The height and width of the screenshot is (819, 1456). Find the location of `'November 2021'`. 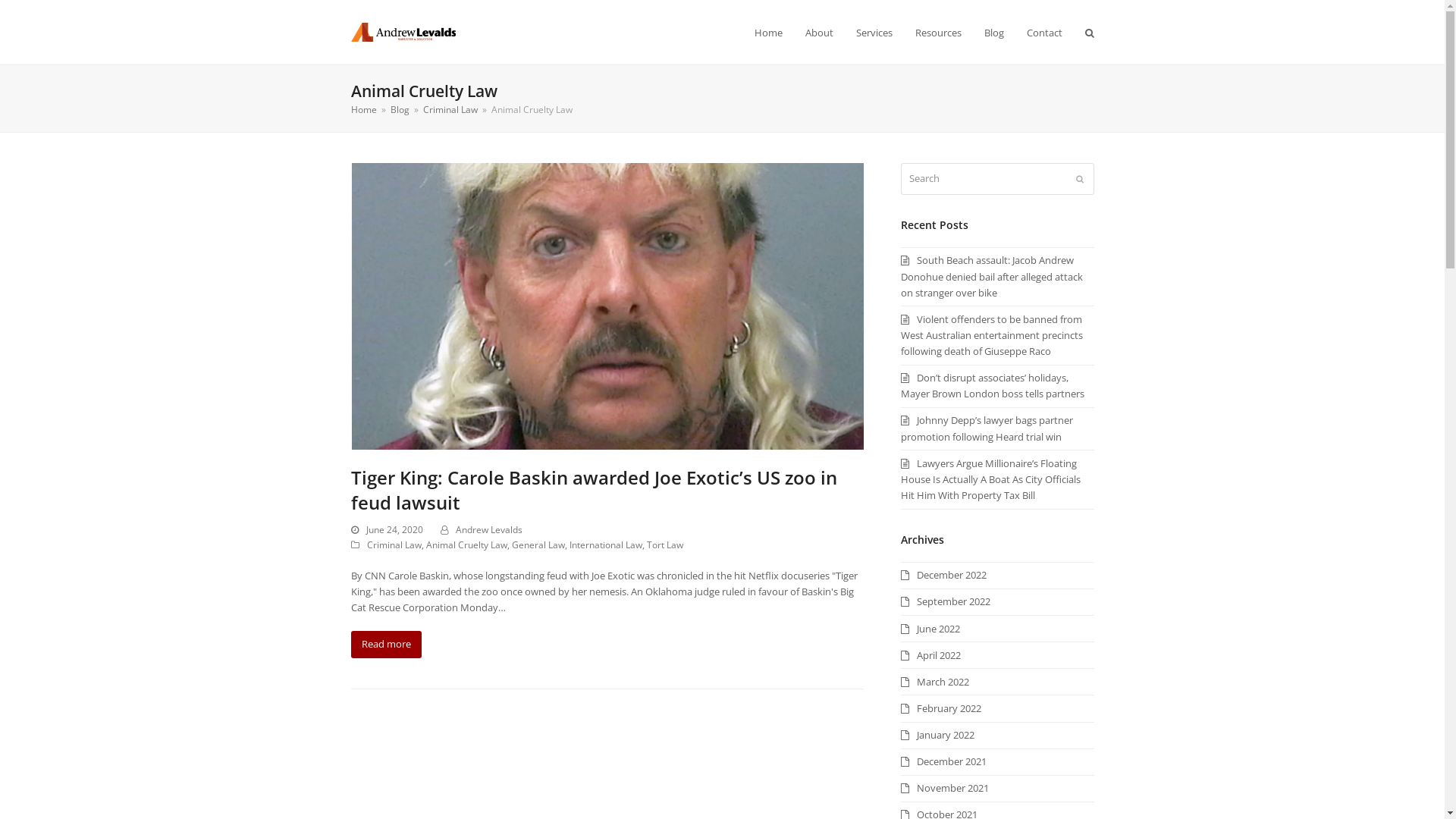

'November 2021' is located at coordinates (901, 786).